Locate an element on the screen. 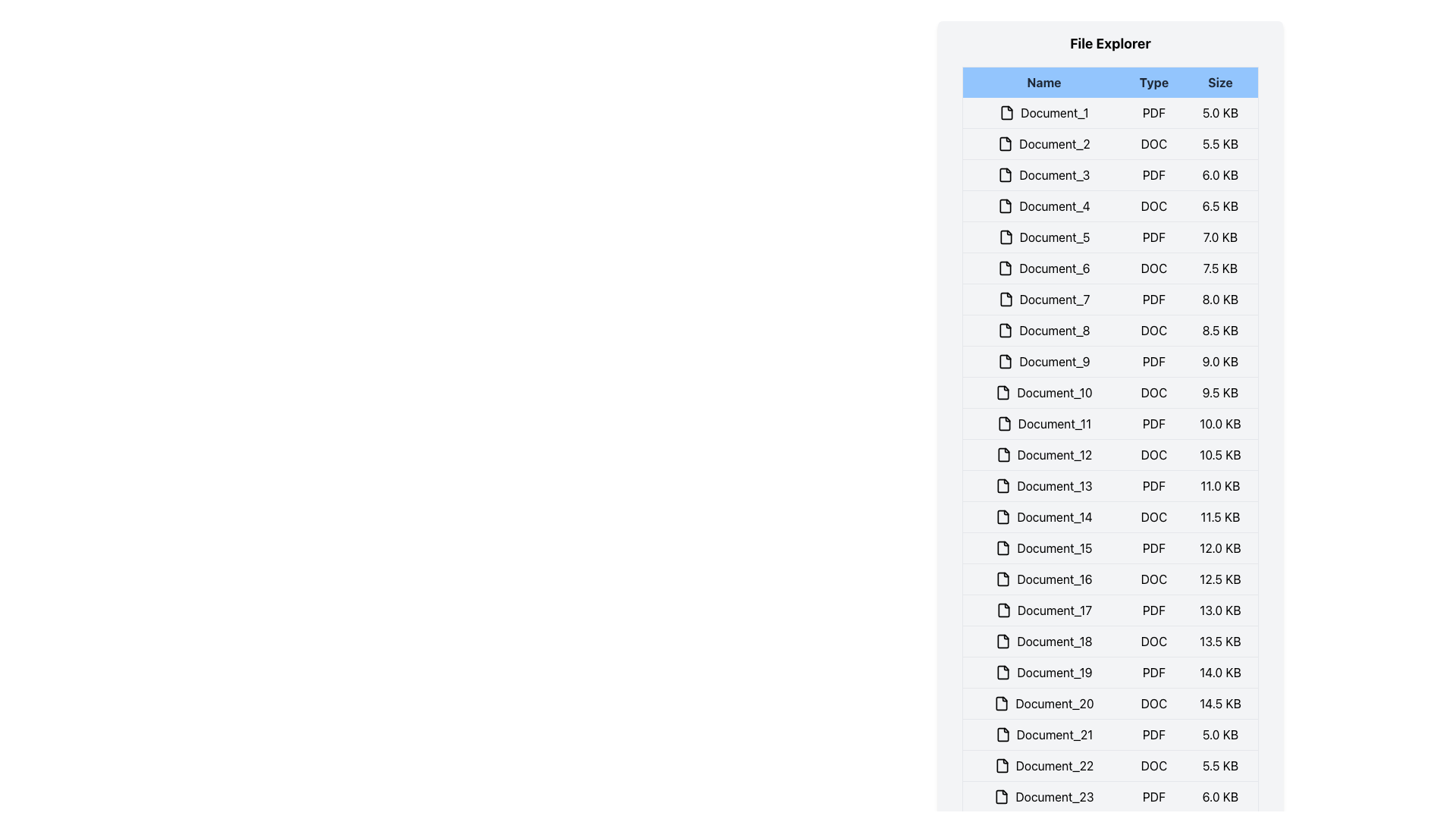 The width and height of the screenshot is (1456, 819). the file icon representing 'Document_6' in the 'File Explorer' interface, which is a monochrome document with a folded corner, located in the 'Name' column is located at coordinates (1006, 268).